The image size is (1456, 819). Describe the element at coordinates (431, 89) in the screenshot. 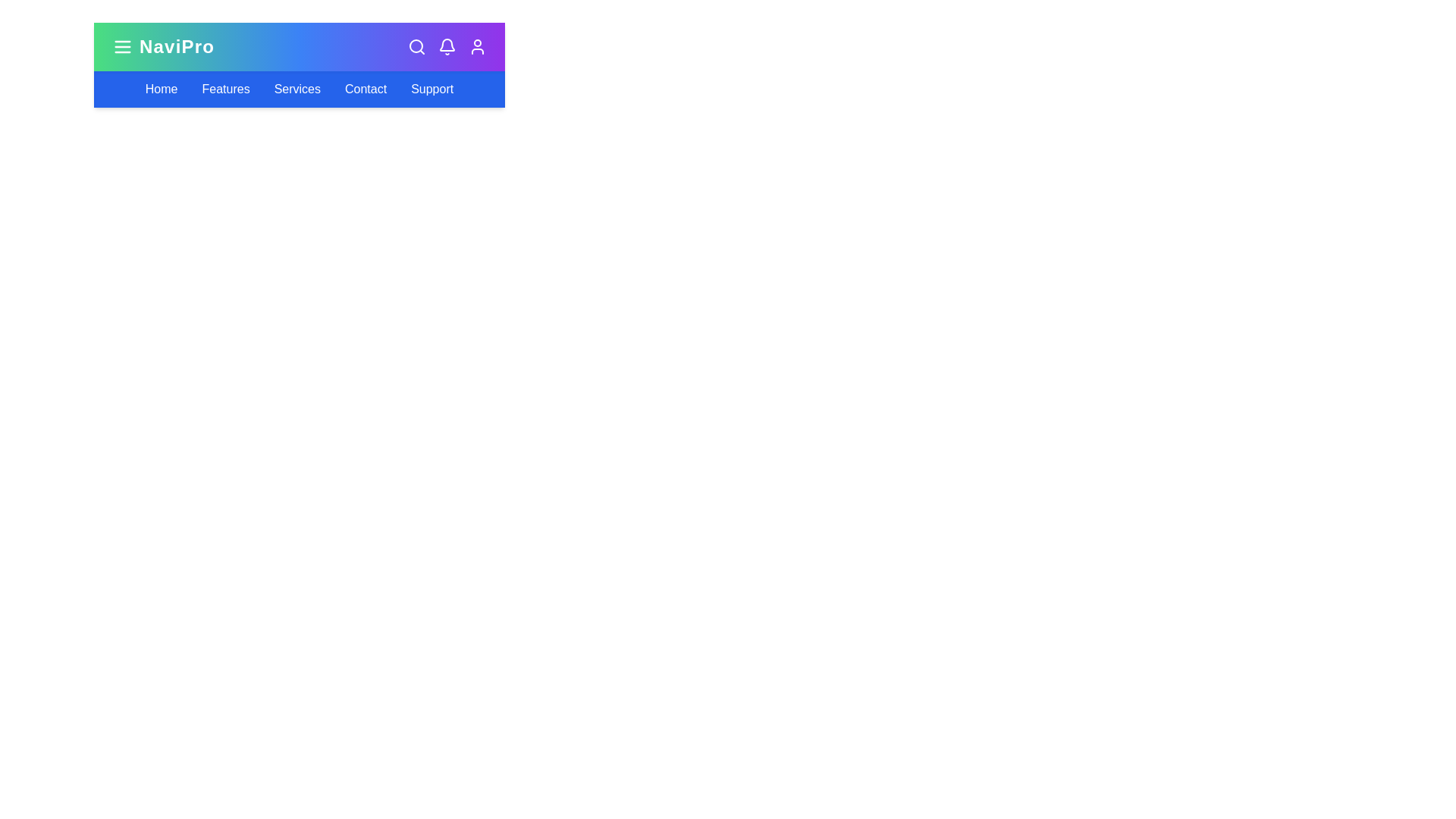

I see `the Support navigation link in the navigation bar` at that location.